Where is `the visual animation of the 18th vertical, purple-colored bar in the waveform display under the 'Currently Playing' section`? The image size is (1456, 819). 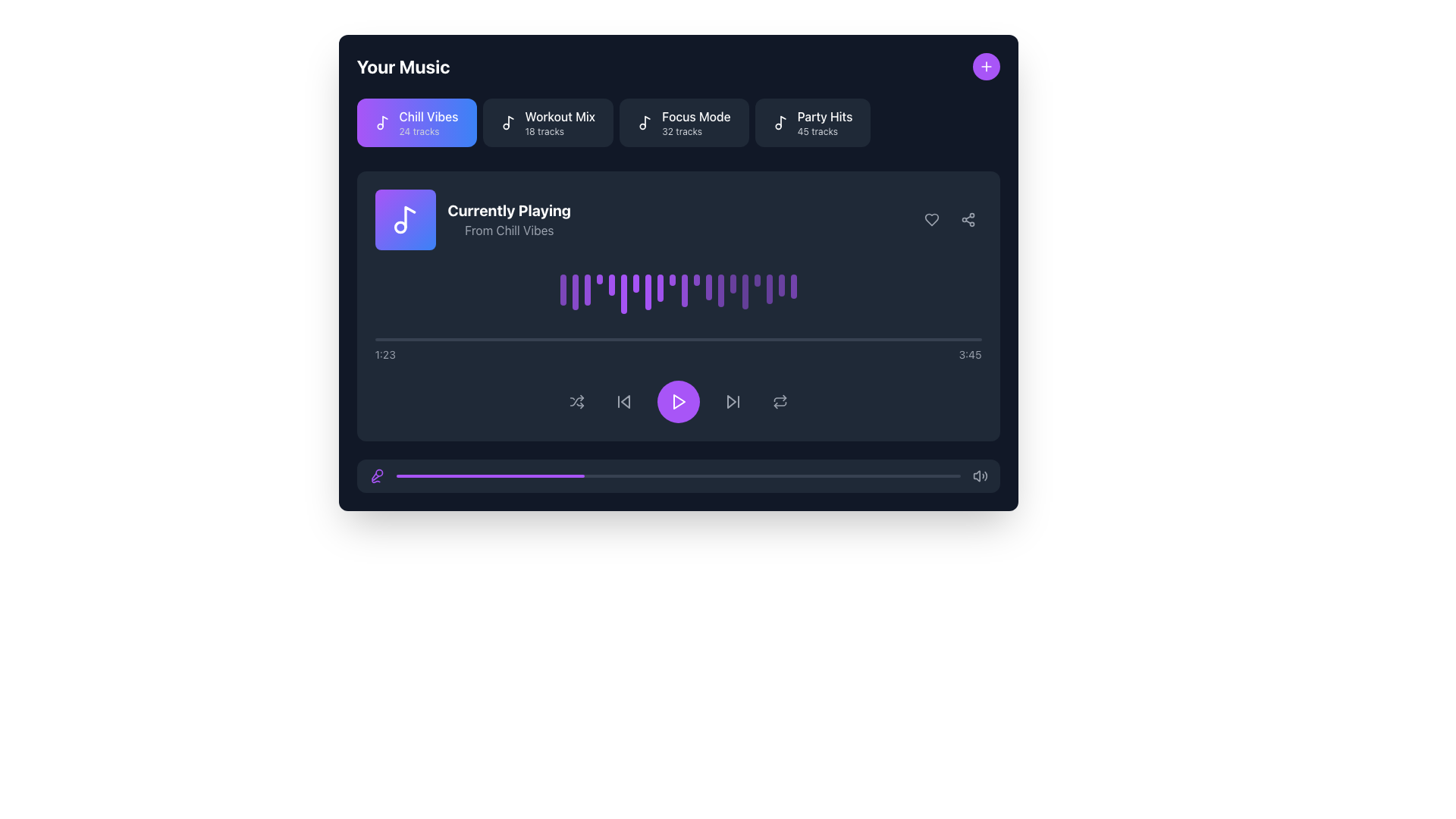 the visual animation of the 18th vertical, purple-colored bar in the waveform display under the 'Currently Playing' section is located at coordinates (769, 289).